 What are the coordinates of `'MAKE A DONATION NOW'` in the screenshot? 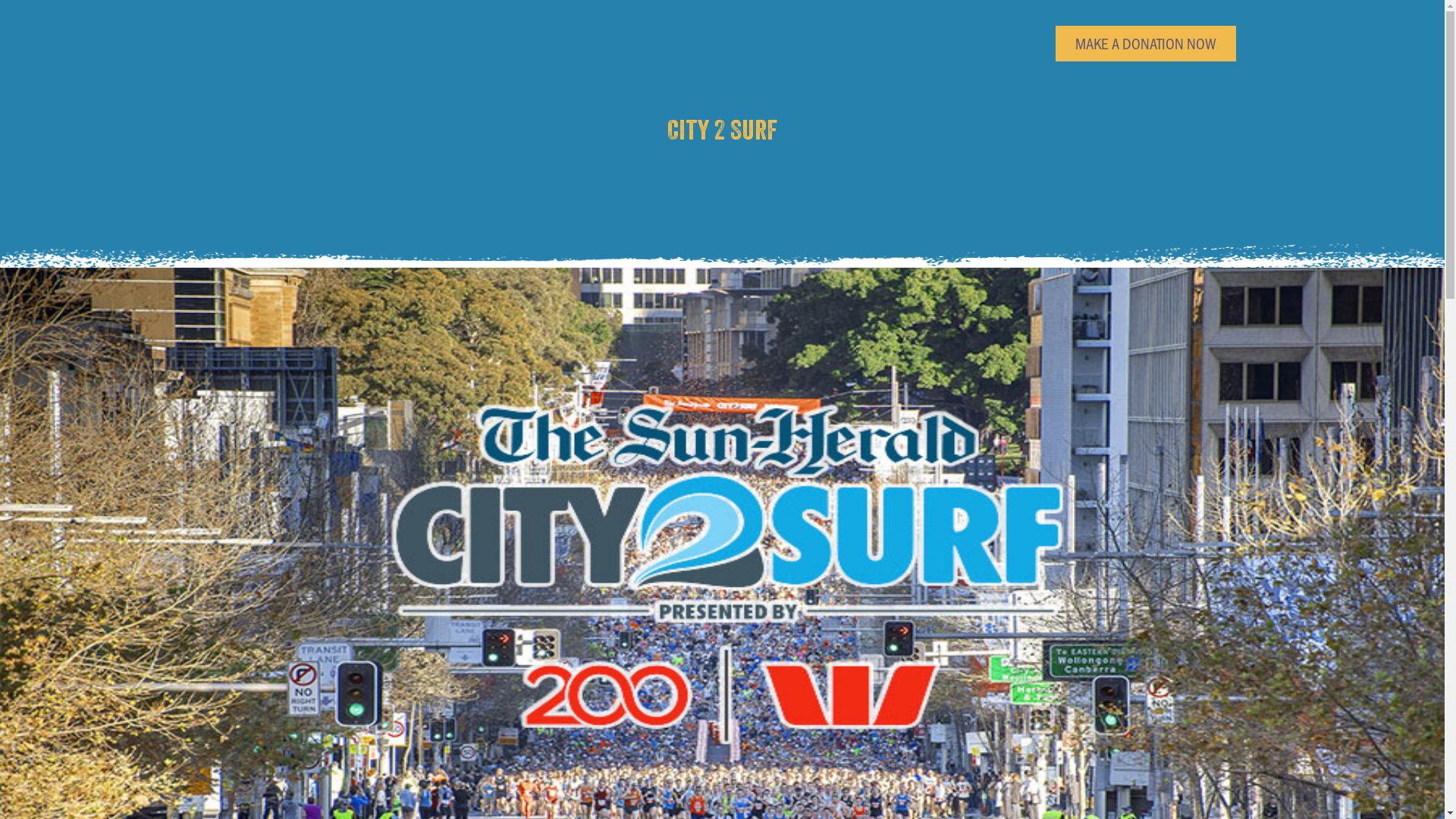 It's located at (1146, 42).